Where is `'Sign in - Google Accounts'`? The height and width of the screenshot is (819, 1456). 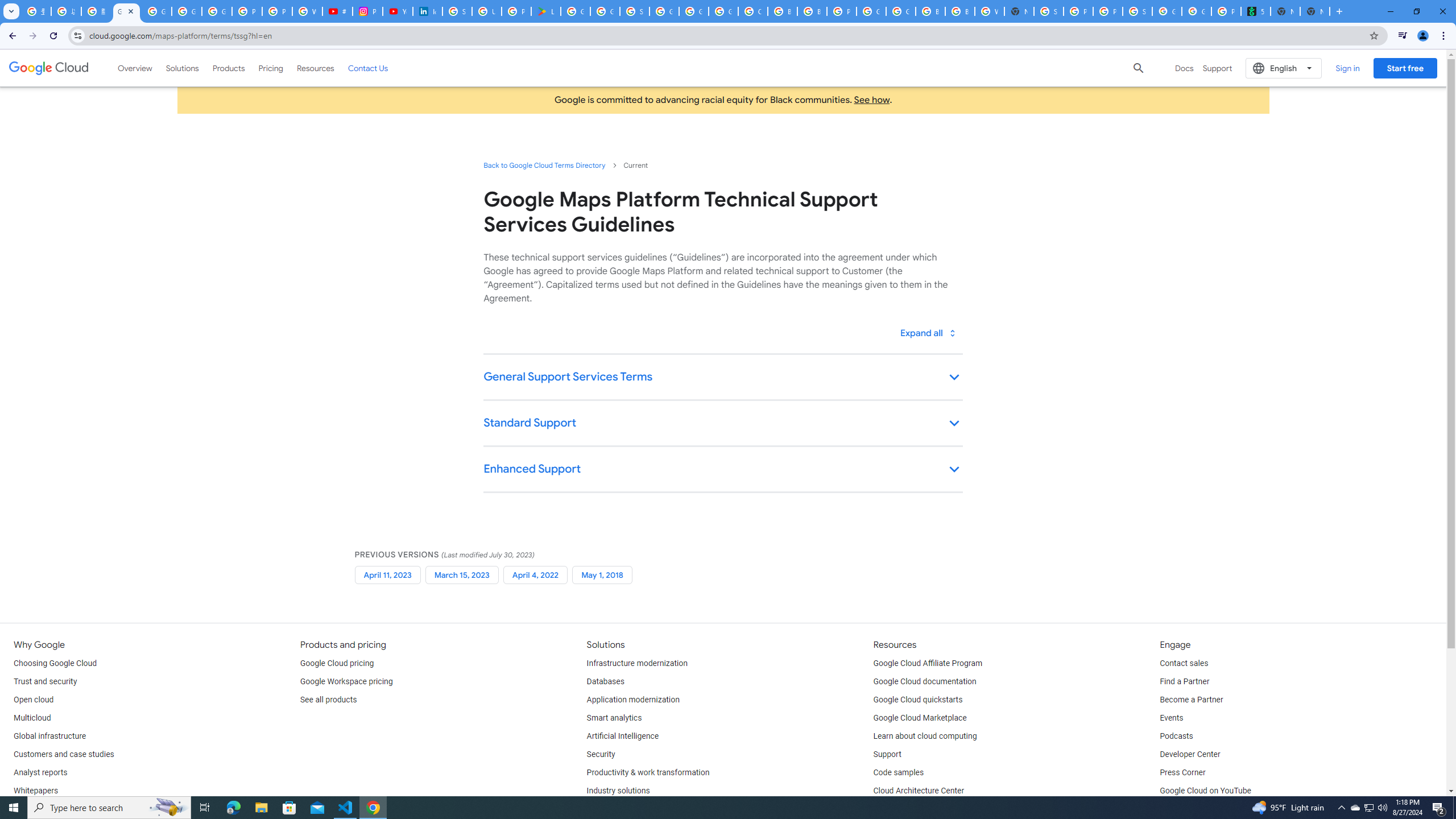 'Sign in - Google Accounts' is located at coordinates (635, 11).